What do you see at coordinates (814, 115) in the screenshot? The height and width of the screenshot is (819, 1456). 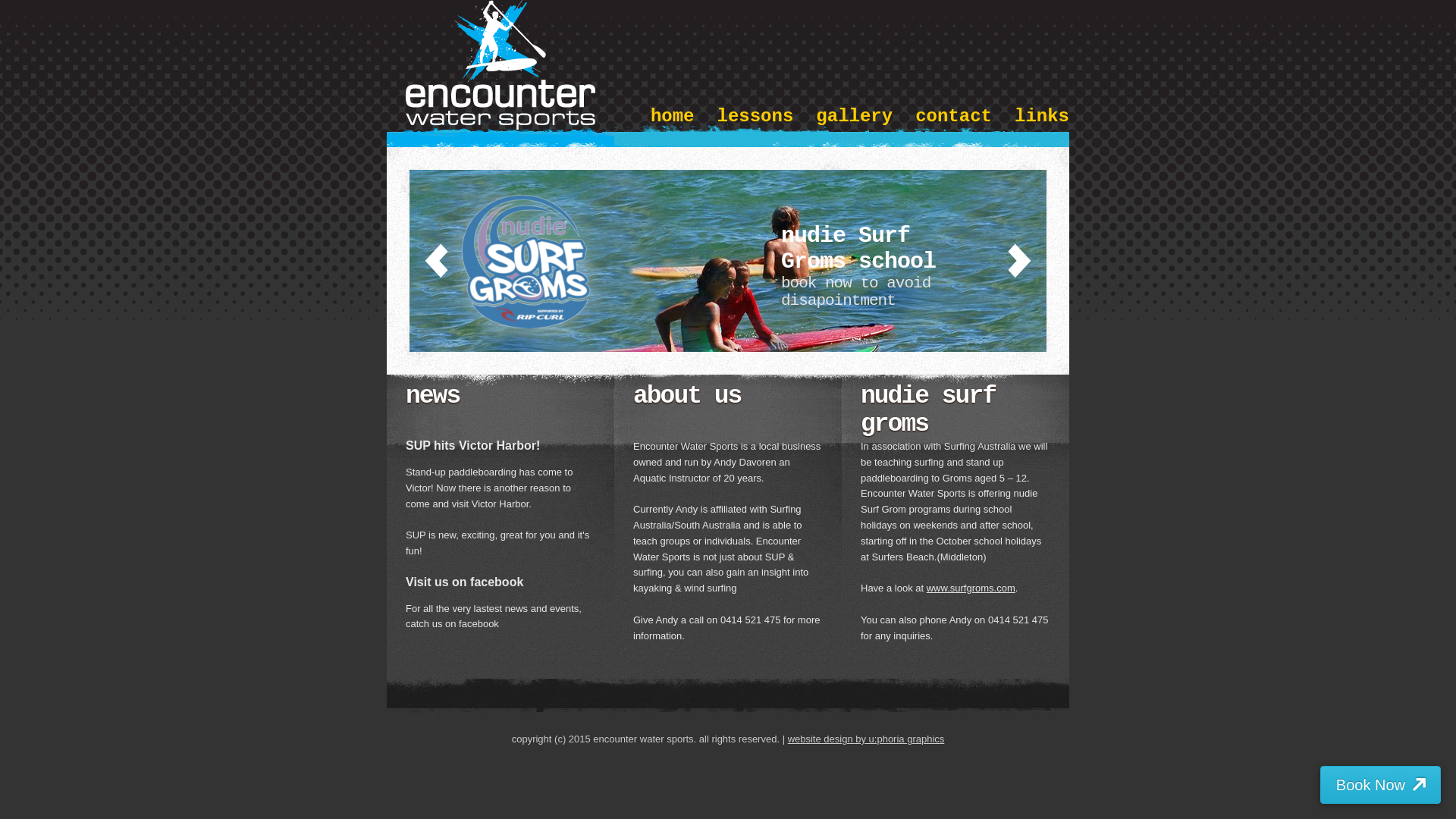 I see `'gallery'` at bounding box center [814, 115].